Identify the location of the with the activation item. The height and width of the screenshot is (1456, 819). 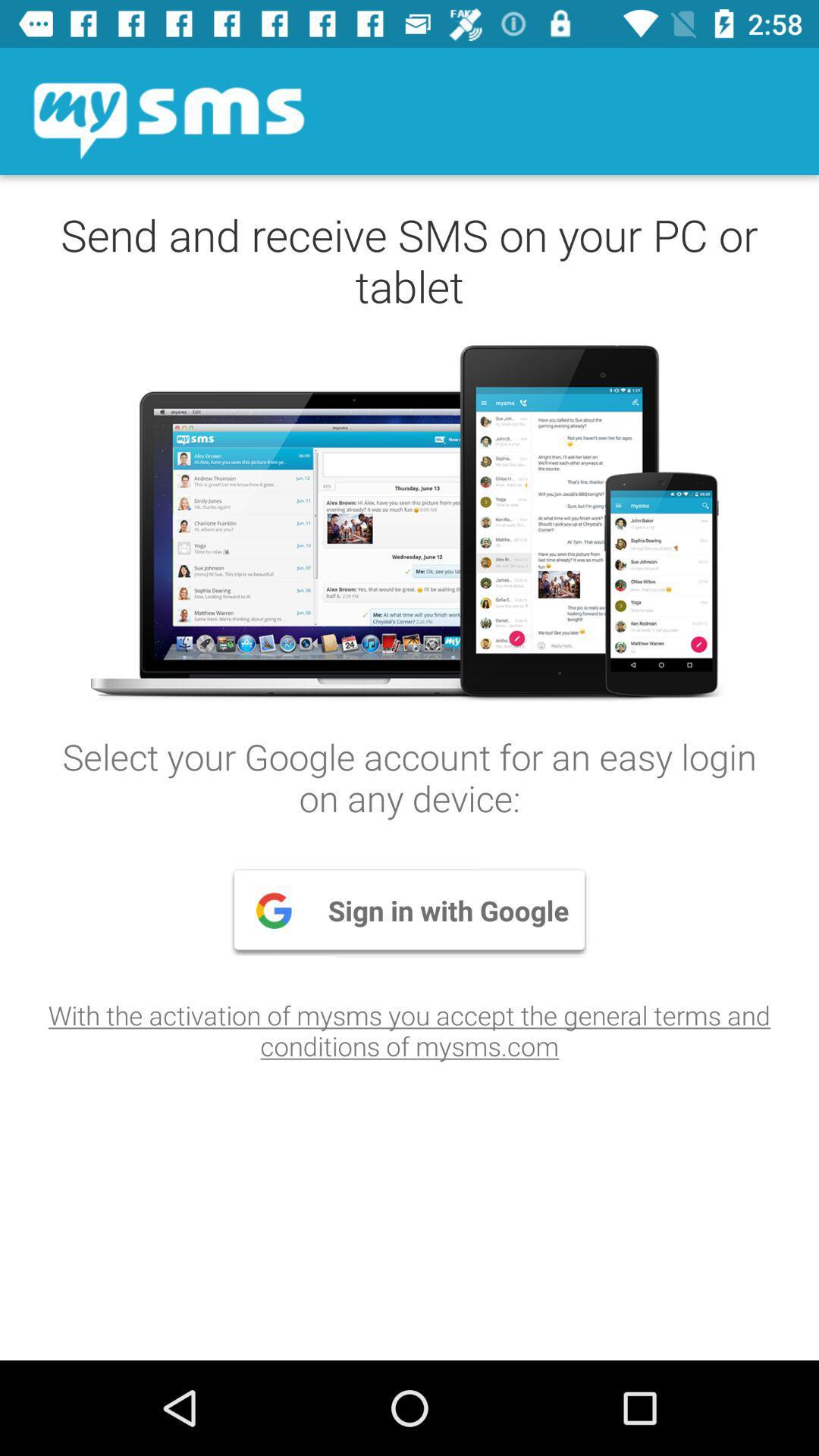
(409, 1030).